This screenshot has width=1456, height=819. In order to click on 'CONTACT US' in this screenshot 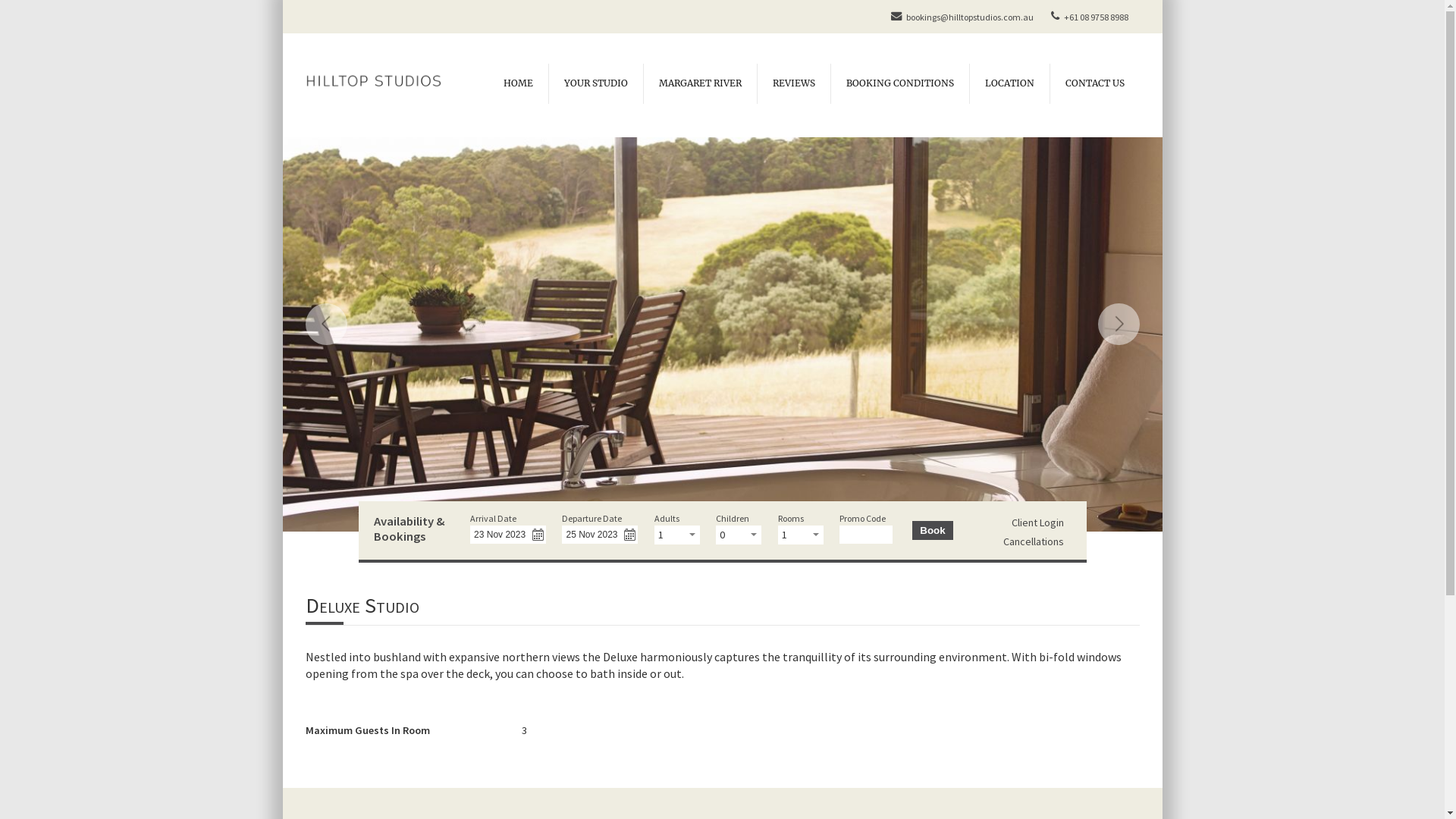, I will do `click(1094, 83)`.